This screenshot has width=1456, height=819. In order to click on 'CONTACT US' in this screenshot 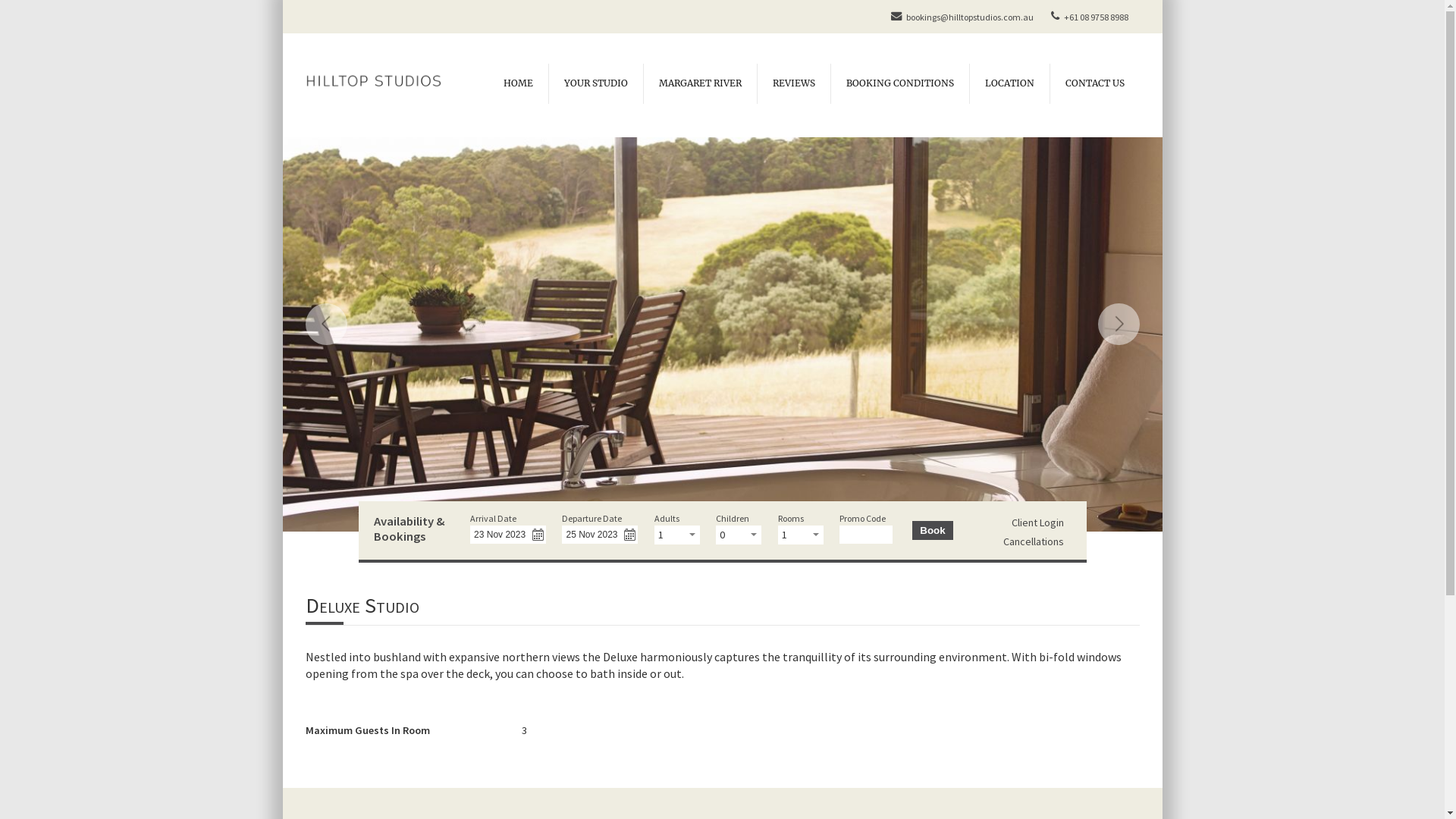, I will do `click(1094, 83)`.